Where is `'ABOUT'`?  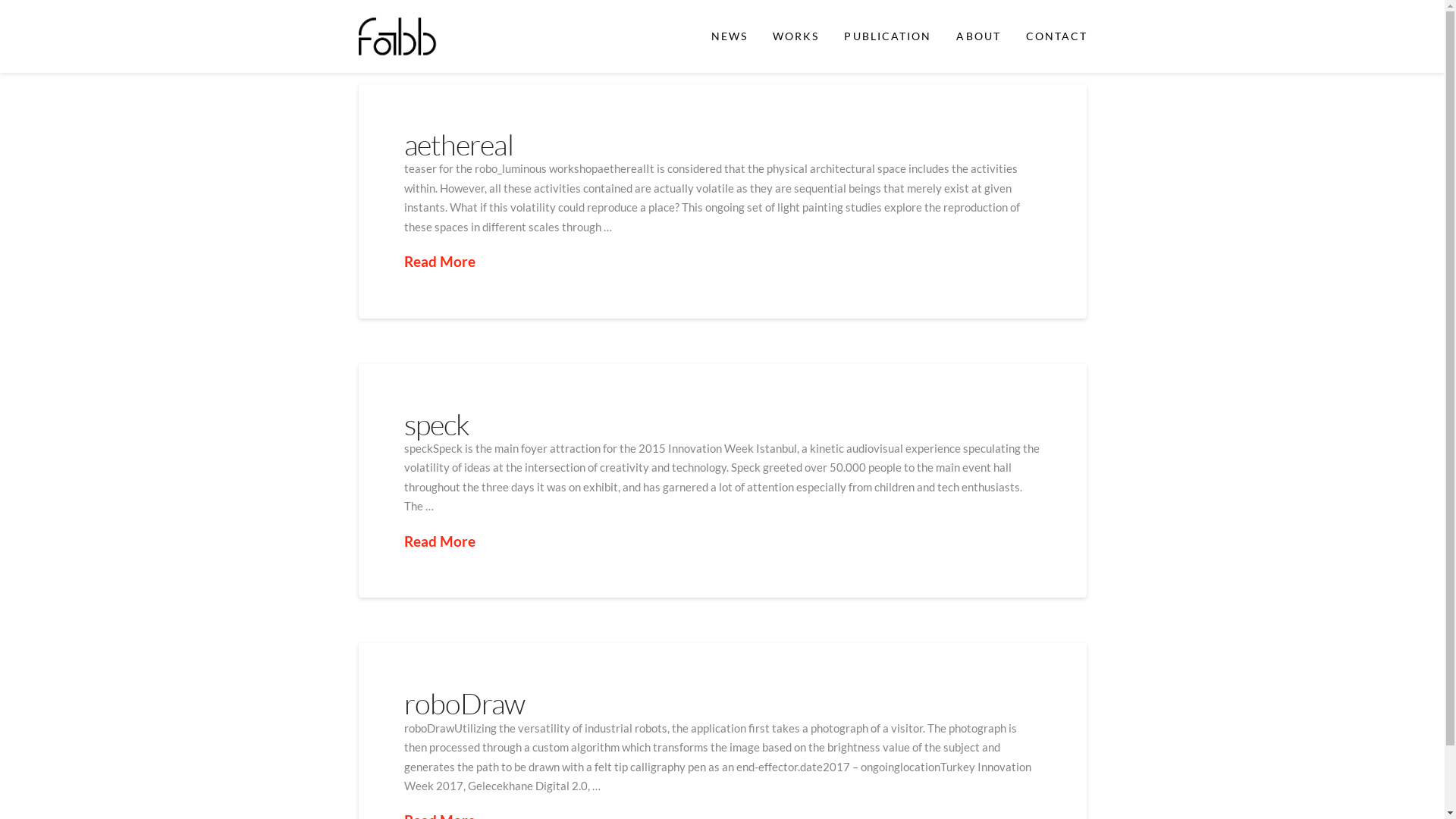 'ABOUT' is located at coordinates (977, 35).